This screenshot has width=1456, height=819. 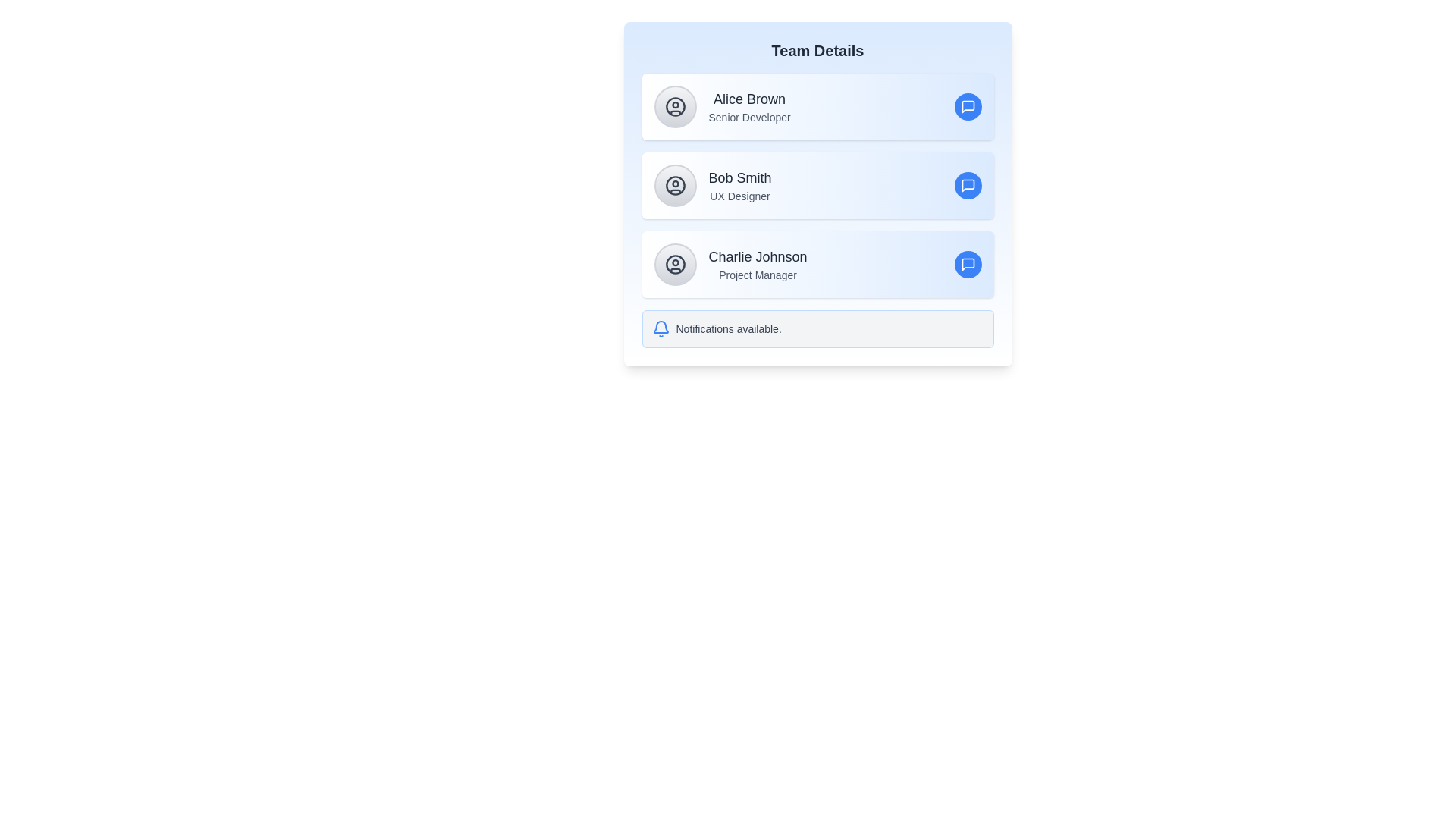 I want to click on the 'Notifications available.' text label, which is styled with a gray font and located to the right of a blue bell icon within a notification card, so click(x=729, y=328).